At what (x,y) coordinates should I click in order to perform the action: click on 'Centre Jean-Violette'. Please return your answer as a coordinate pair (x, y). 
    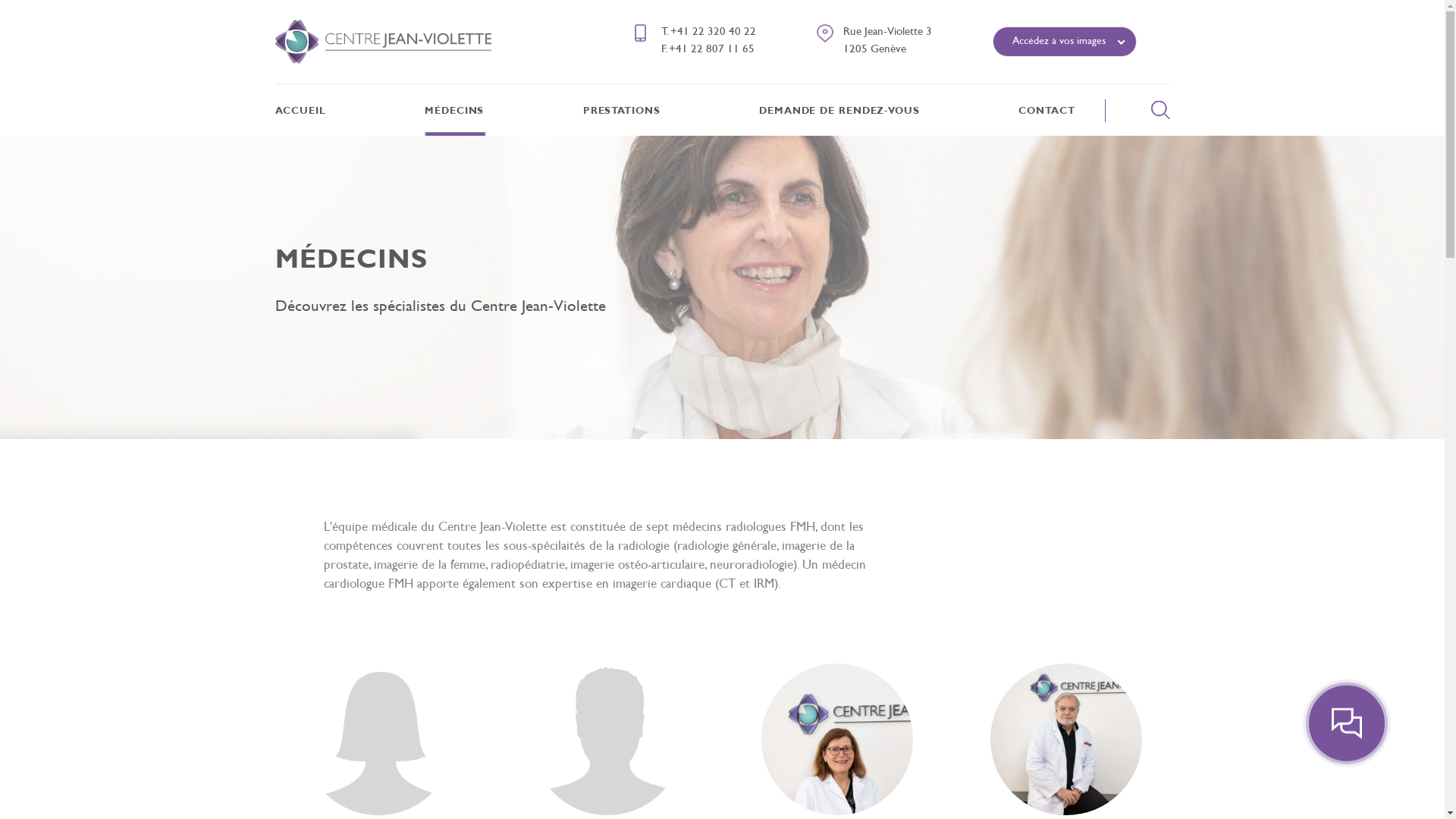
    Looking at the image, I should click on (382, 40).